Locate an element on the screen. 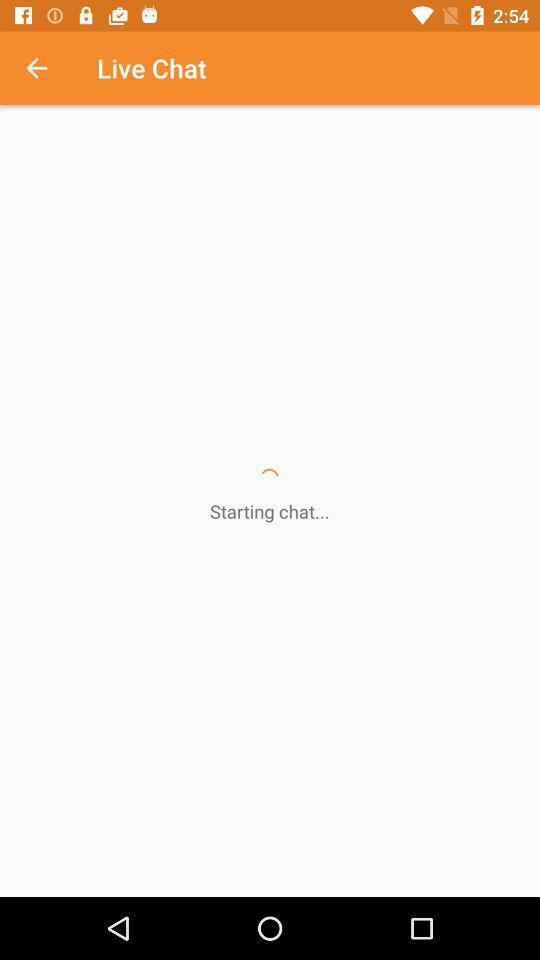  item at the top left corner is located at coordinates (47, 68).